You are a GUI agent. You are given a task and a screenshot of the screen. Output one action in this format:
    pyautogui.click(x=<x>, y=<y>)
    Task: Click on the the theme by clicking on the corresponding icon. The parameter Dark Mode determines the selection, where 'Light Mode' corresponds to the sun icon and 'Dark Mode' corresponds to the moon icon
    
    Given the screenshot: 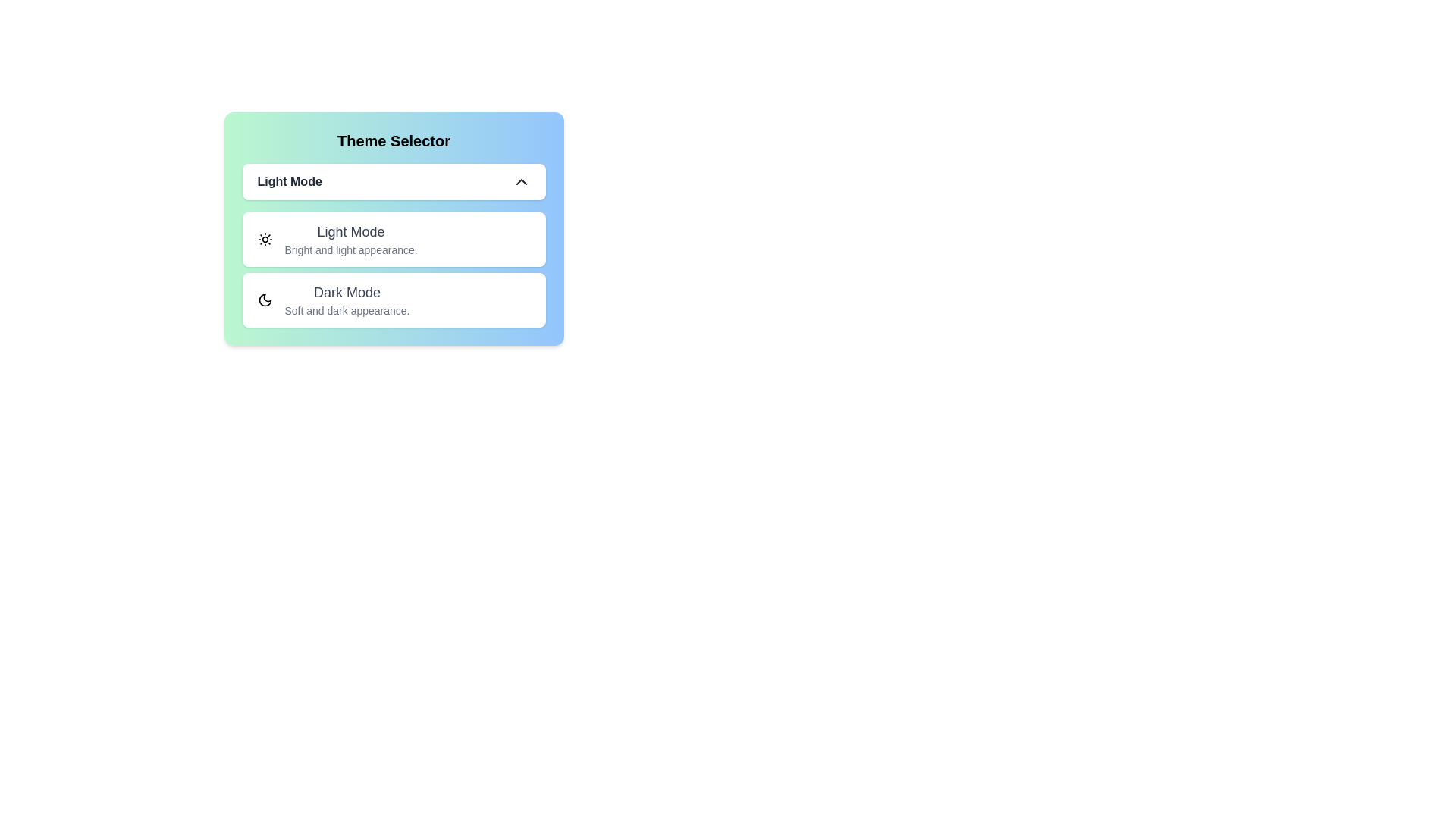 What is the action you would take?
    pyautogui.click(x=265, y=300)
    